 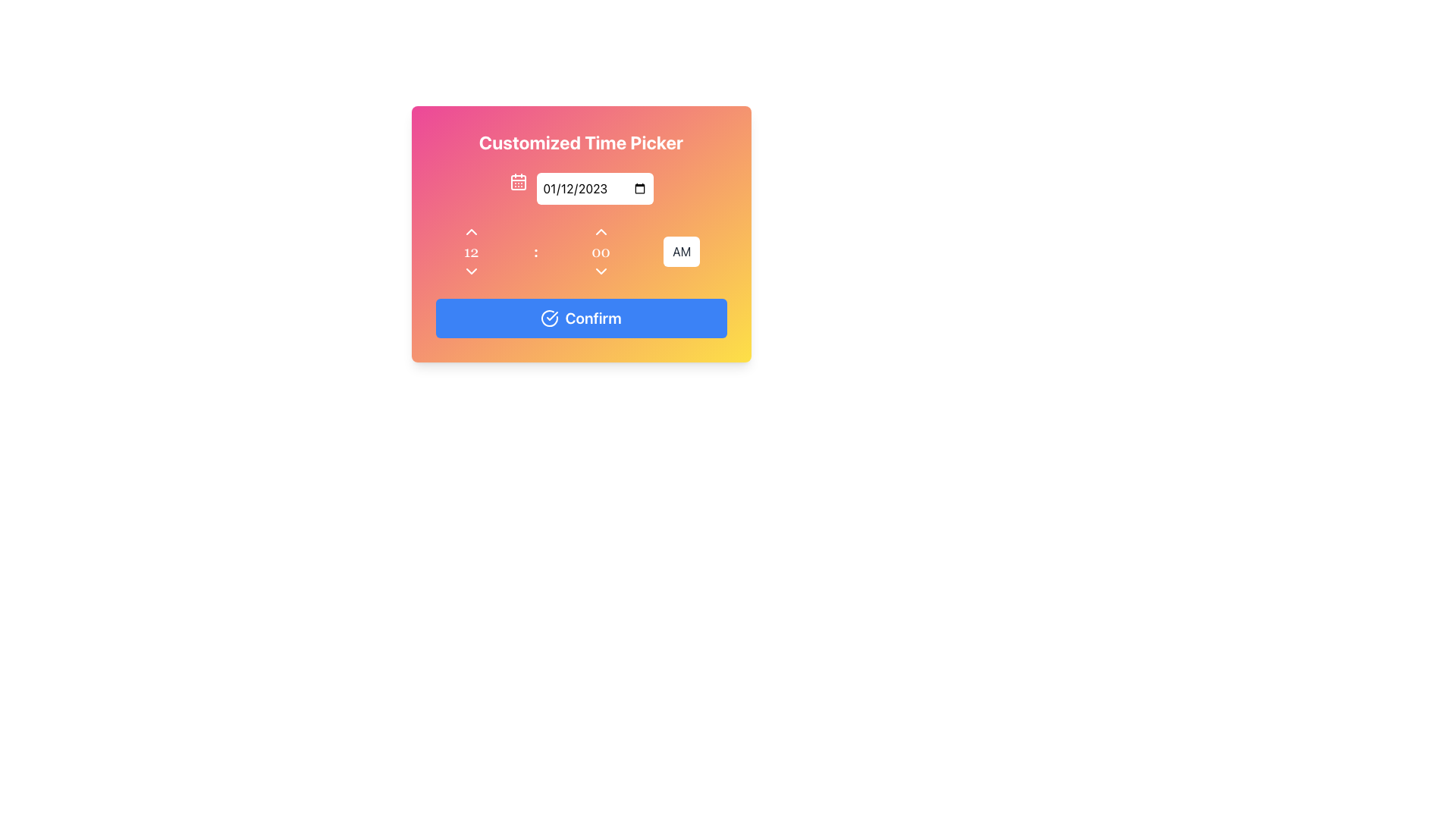 I want to click on the Time Picker element displaying '12:00AM' to adjust the time, so click(x=580, y=250).